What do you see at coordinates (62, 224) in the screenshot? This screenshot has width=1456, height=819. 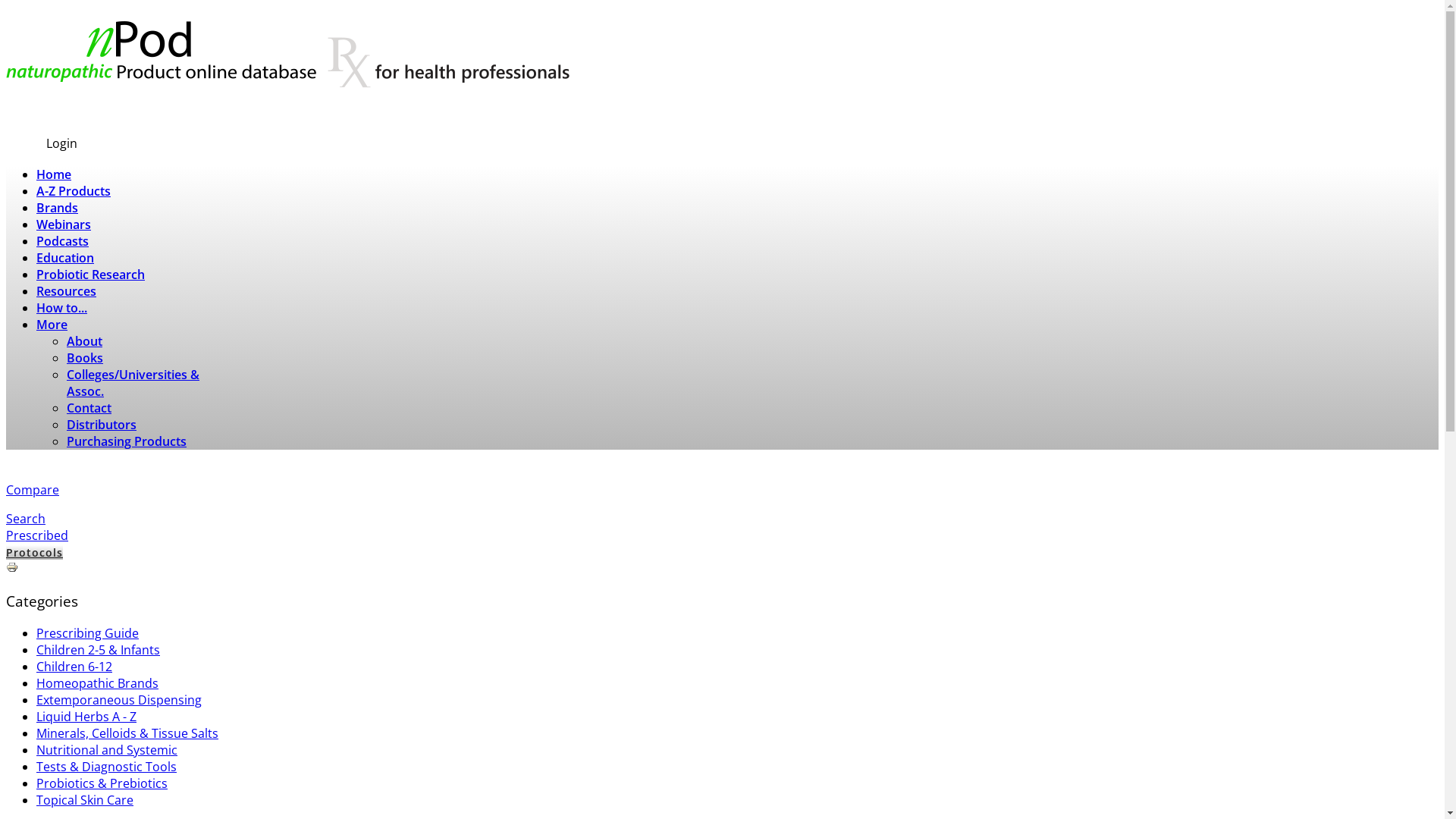 I see `'Webinars'` at bounding box center [62, 224].